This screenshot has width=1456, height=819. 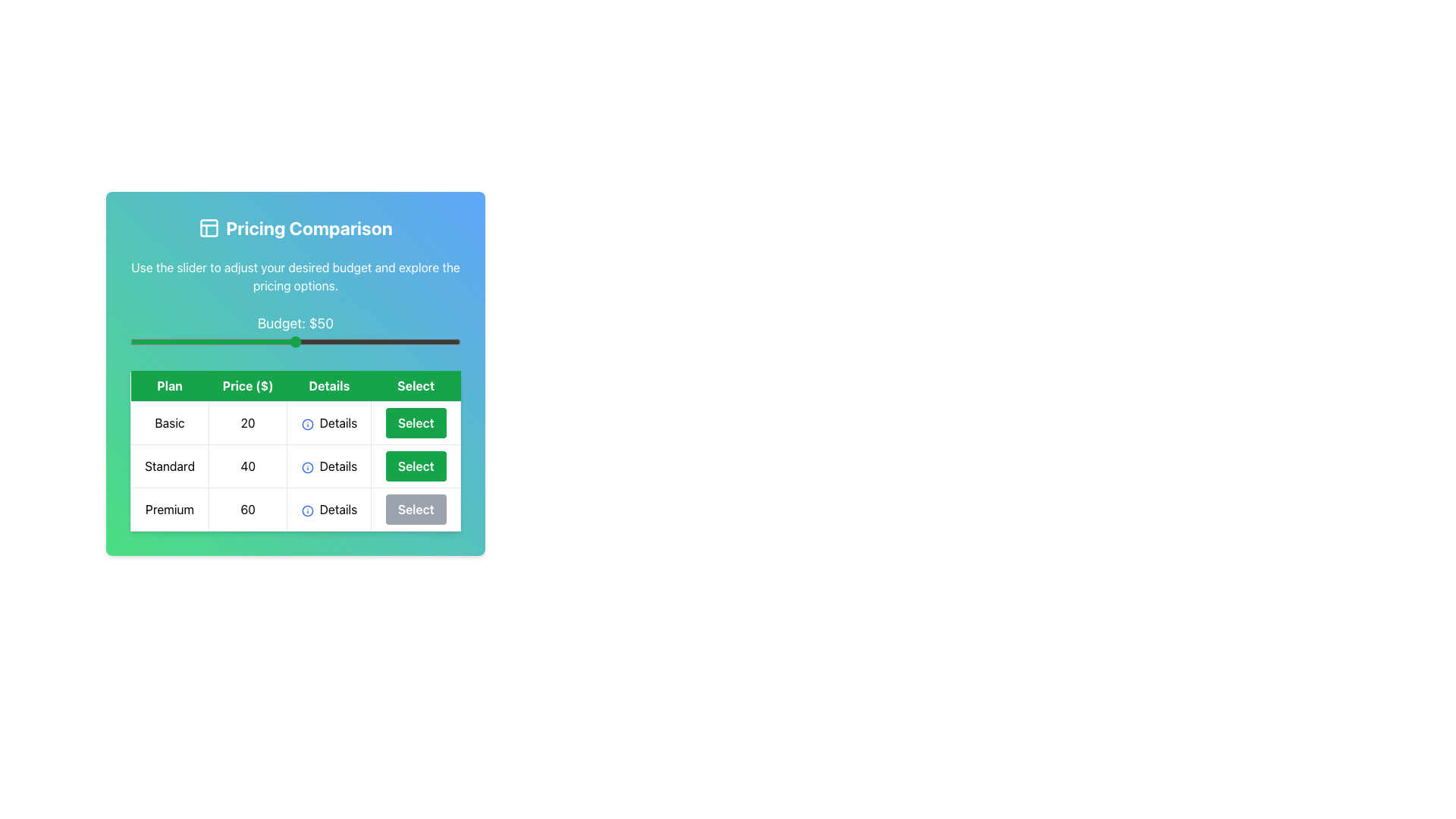 I want to click on the disabled 'Premium' pricing plan button located in the fourth column of the third row within the 'Pricing Comparison' grid, so click(x=416, y=509).